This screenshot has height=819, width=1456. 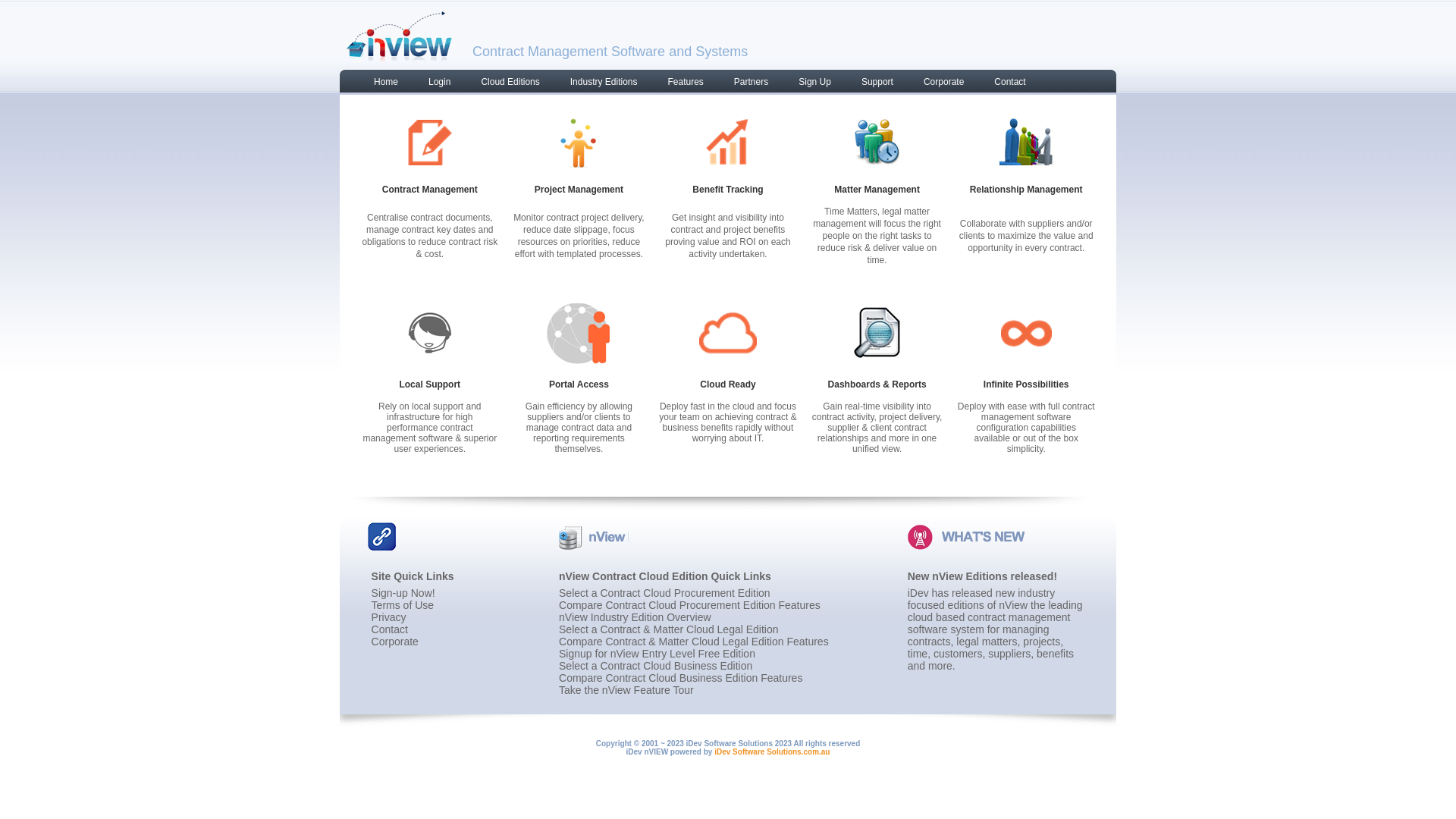 I want to click on 'Select a Contract Cloud Business Edition', so click(x=655, y=665).